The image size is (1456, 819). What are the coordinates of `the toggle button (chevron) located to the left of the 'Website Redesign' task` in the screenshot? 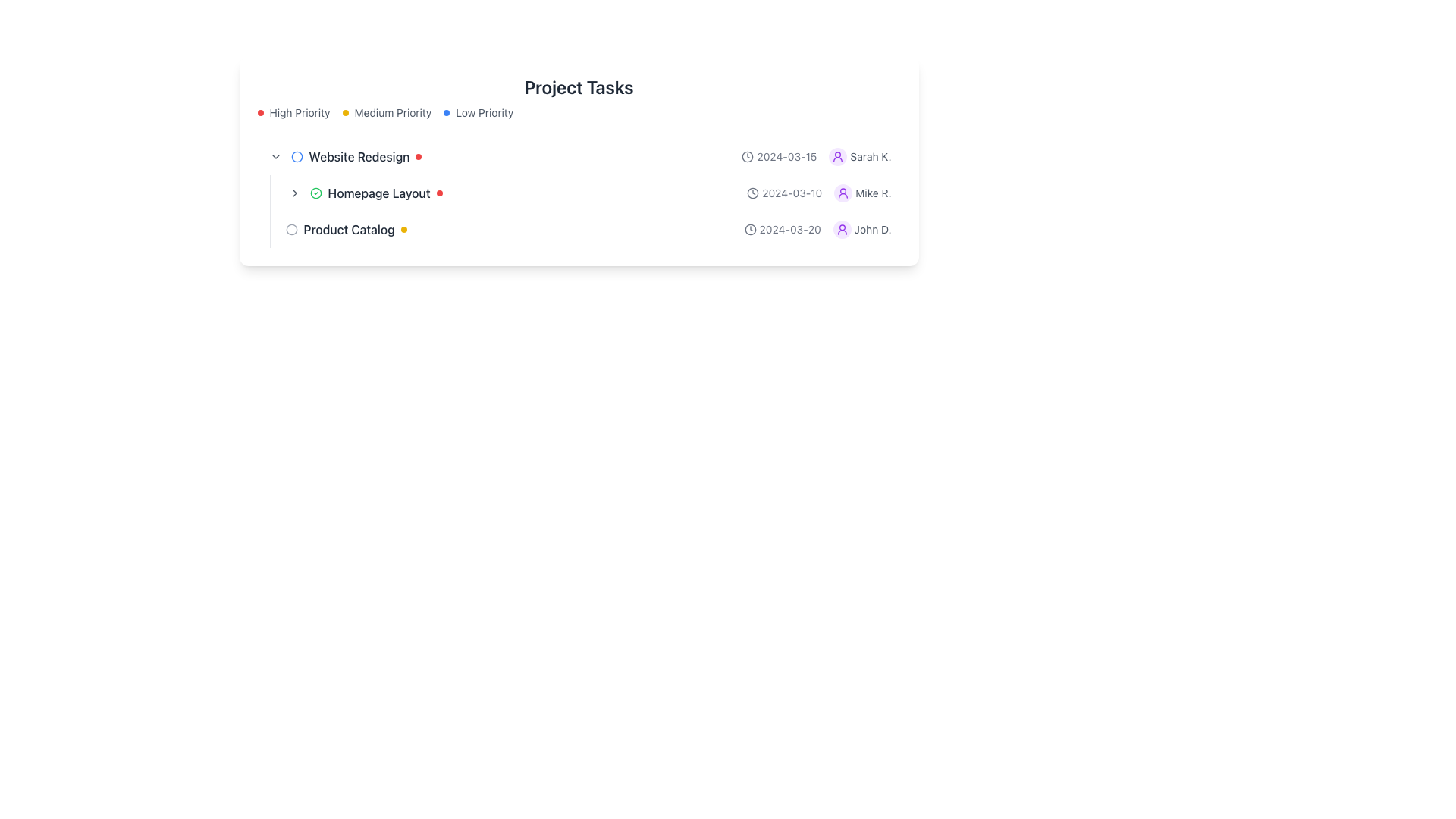 It's located at (275, 157).